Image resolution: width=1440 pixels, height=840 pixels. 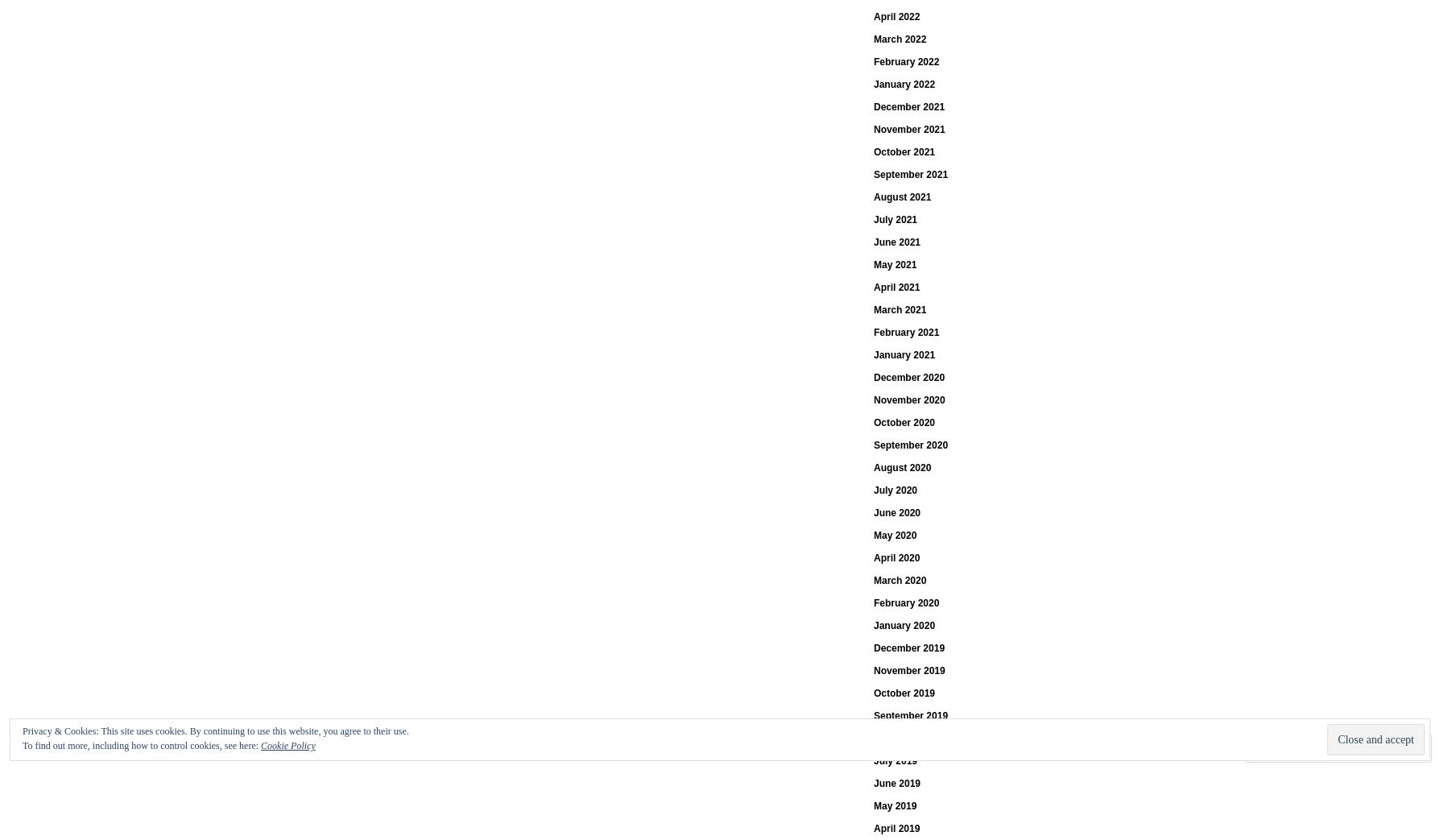 I want to click on 'April 2022', so click(x=896, y=15).